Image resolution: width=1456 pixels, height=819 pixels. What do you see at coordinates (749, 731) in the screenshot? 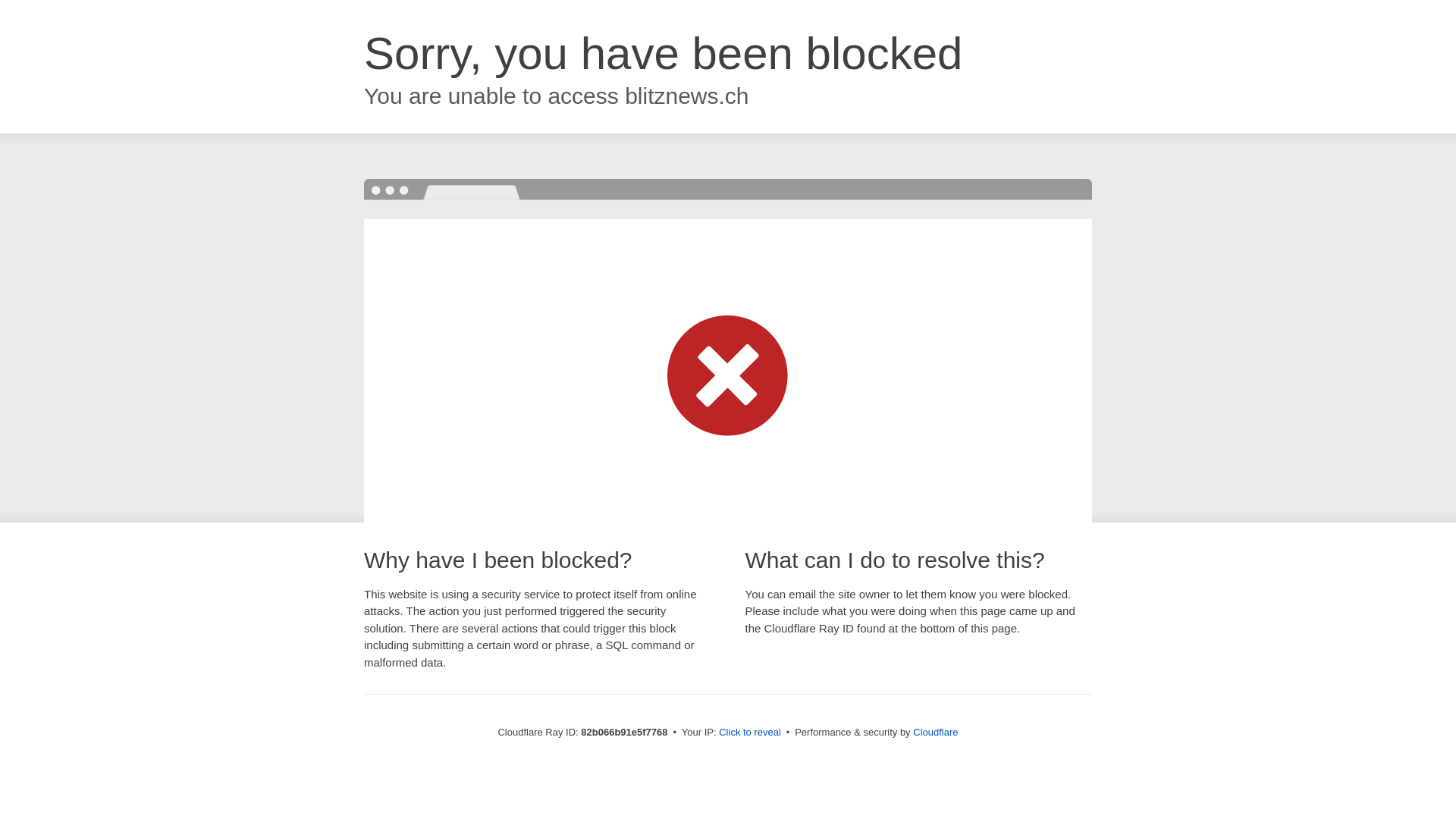
I see `'Click to reveal'` at bounding box center [749, 731].